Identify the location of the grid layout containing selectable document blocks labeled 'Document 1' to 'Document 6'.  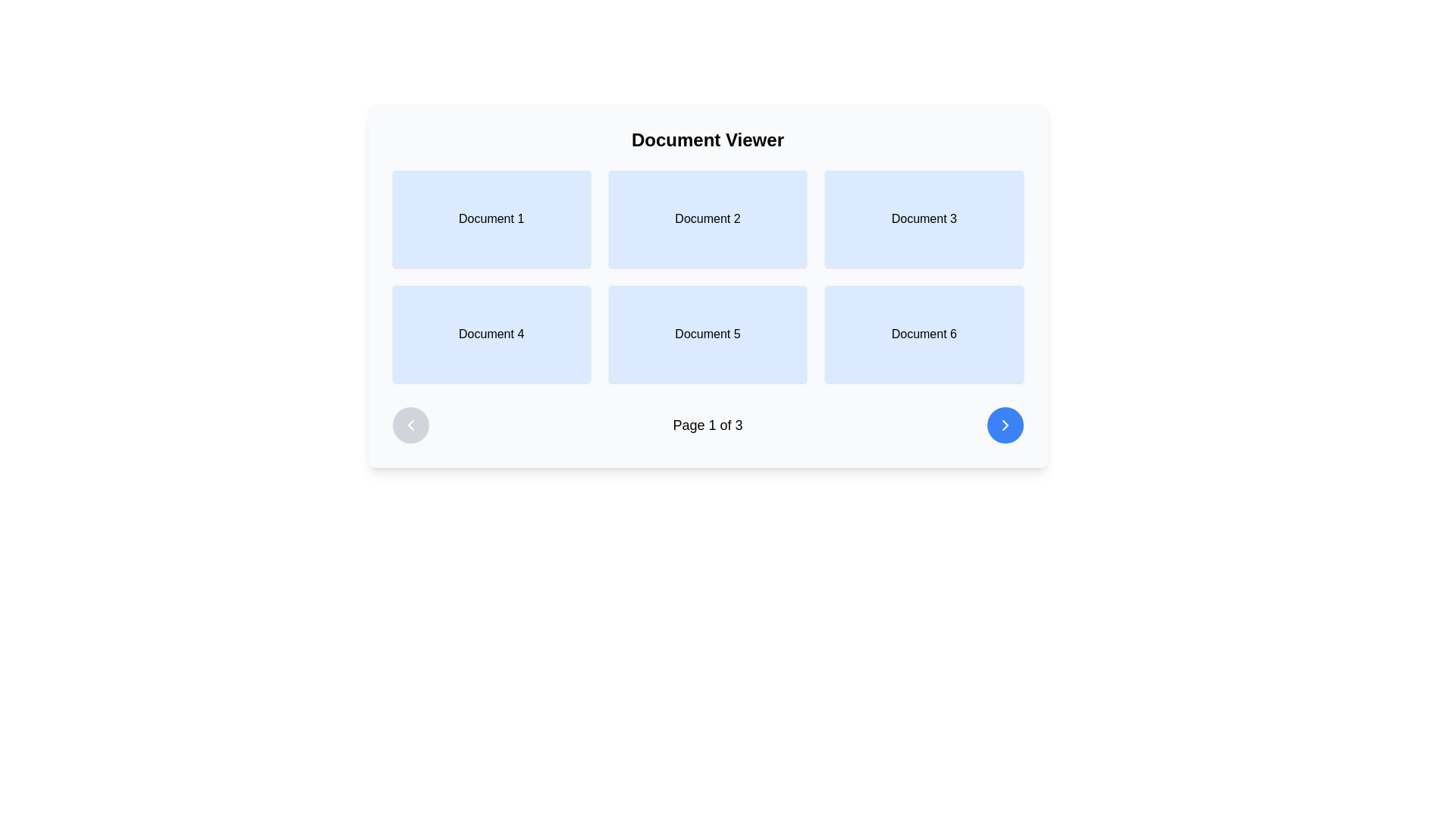
(707, 286).